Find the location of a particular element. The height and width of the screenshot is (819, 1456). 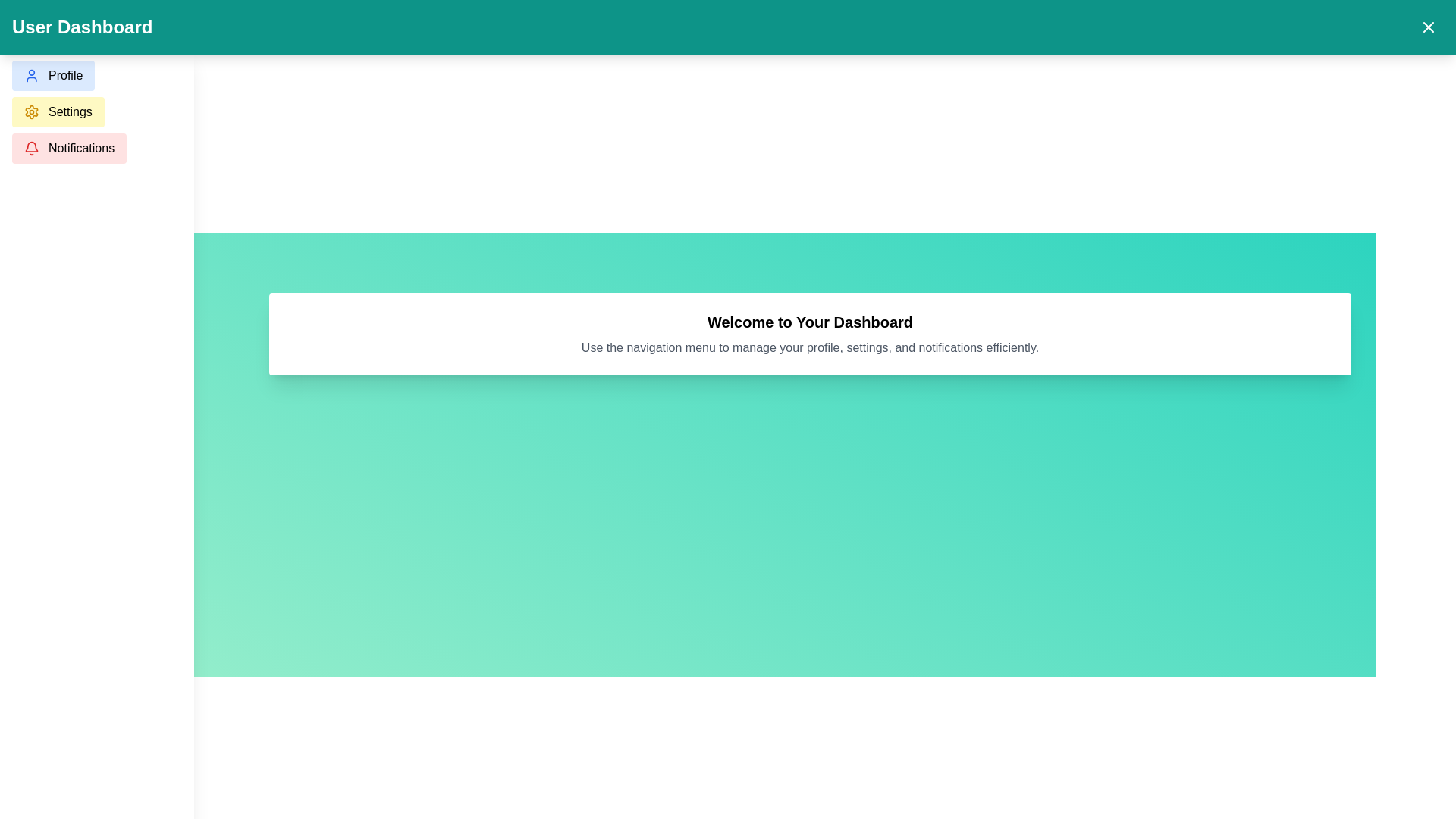

the close button located in the top-right corner of the interface is located at coordinates (1427, 27).